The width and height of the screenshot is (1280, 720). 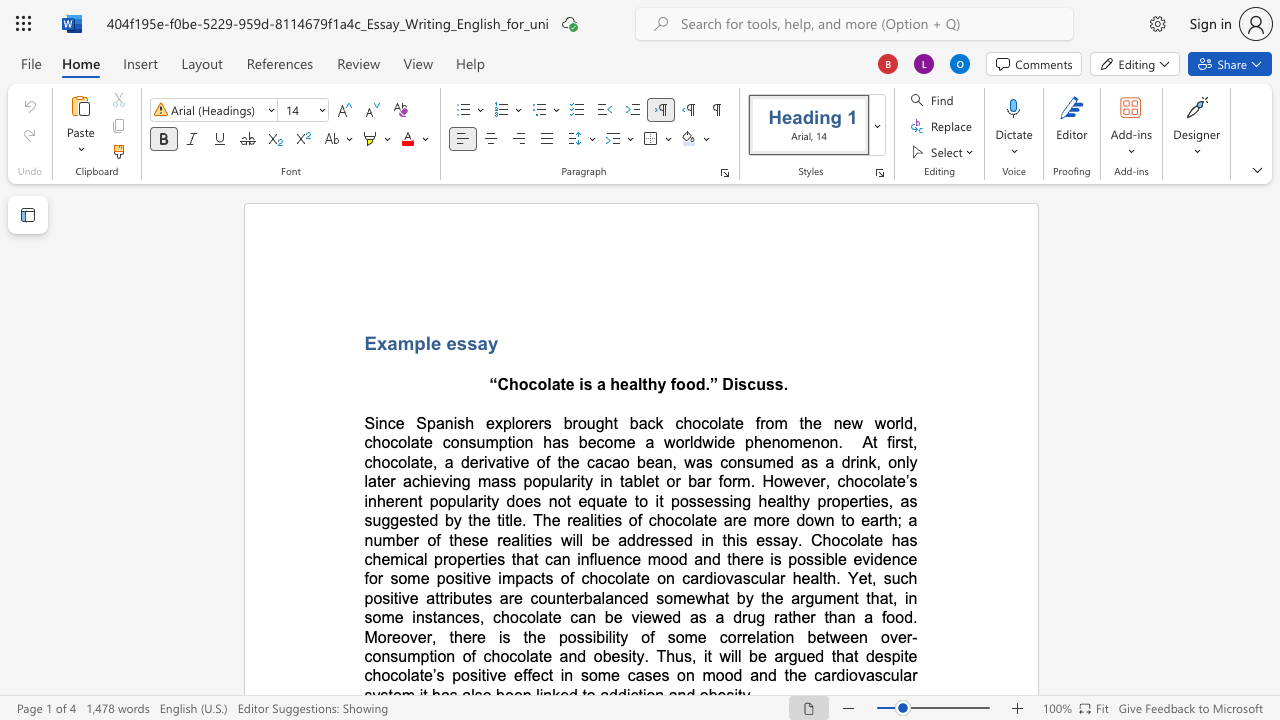 I want to click on the space between the continuous character "o" and "u" in the text, so click(x=585, y=422).